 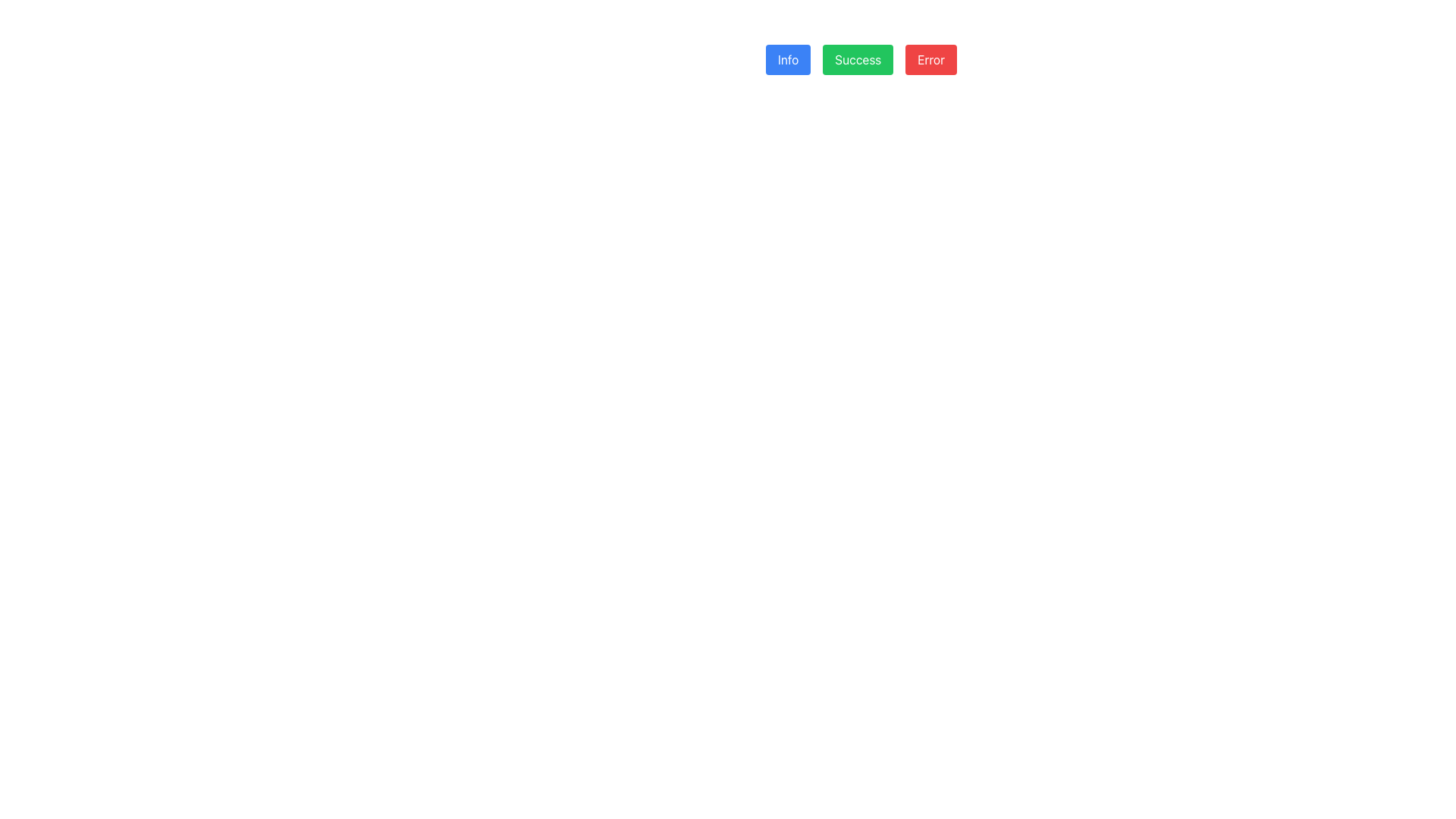 I want to click on the 'Error' button, the rightmost button among three buttons labeled 'Info,' 'Success,' and 'Error', so click(x=930, y=58).